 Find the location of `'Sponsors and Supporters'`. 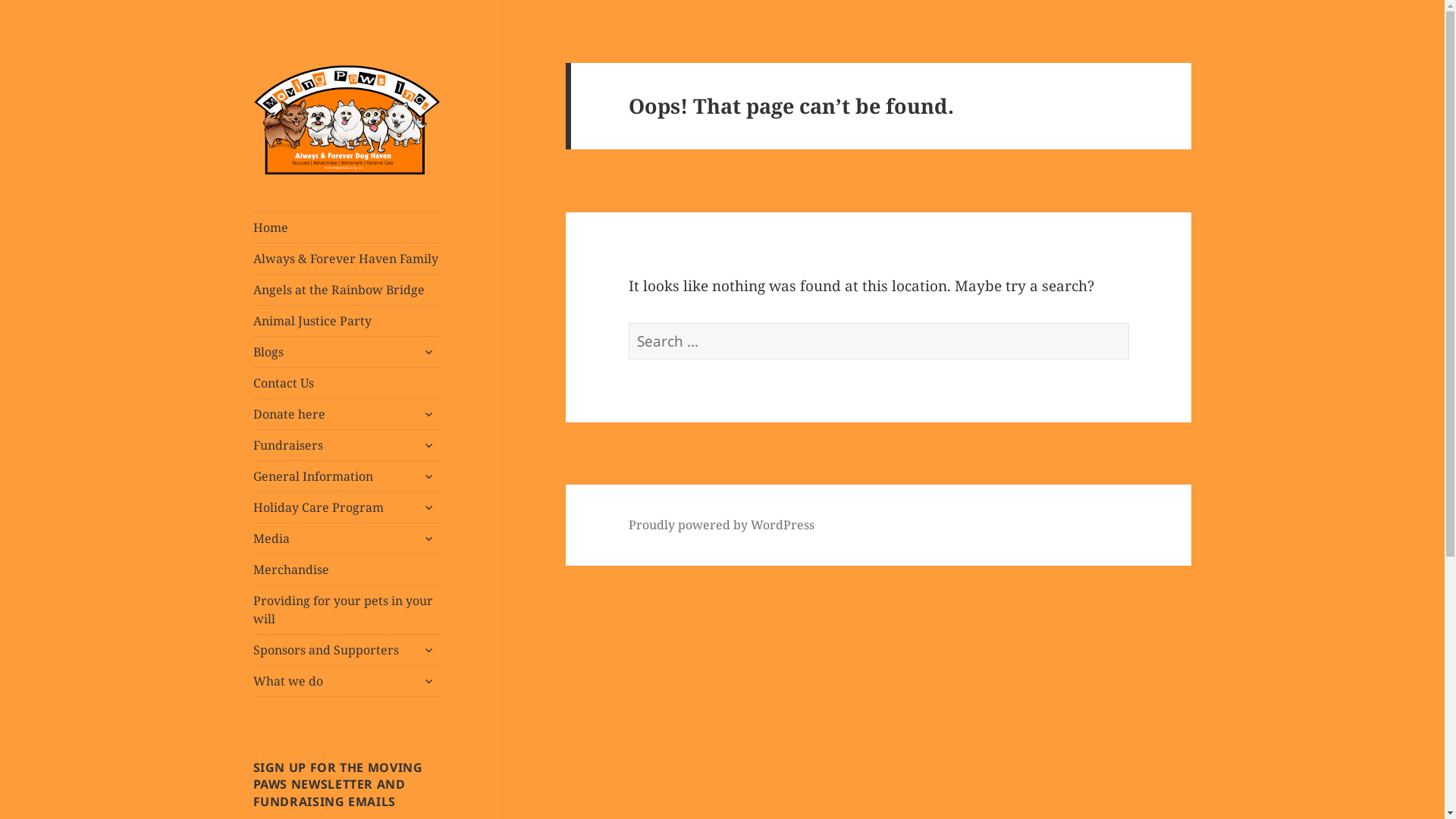

'Sponsors and Supporters' is located at coordinates (253, 648).